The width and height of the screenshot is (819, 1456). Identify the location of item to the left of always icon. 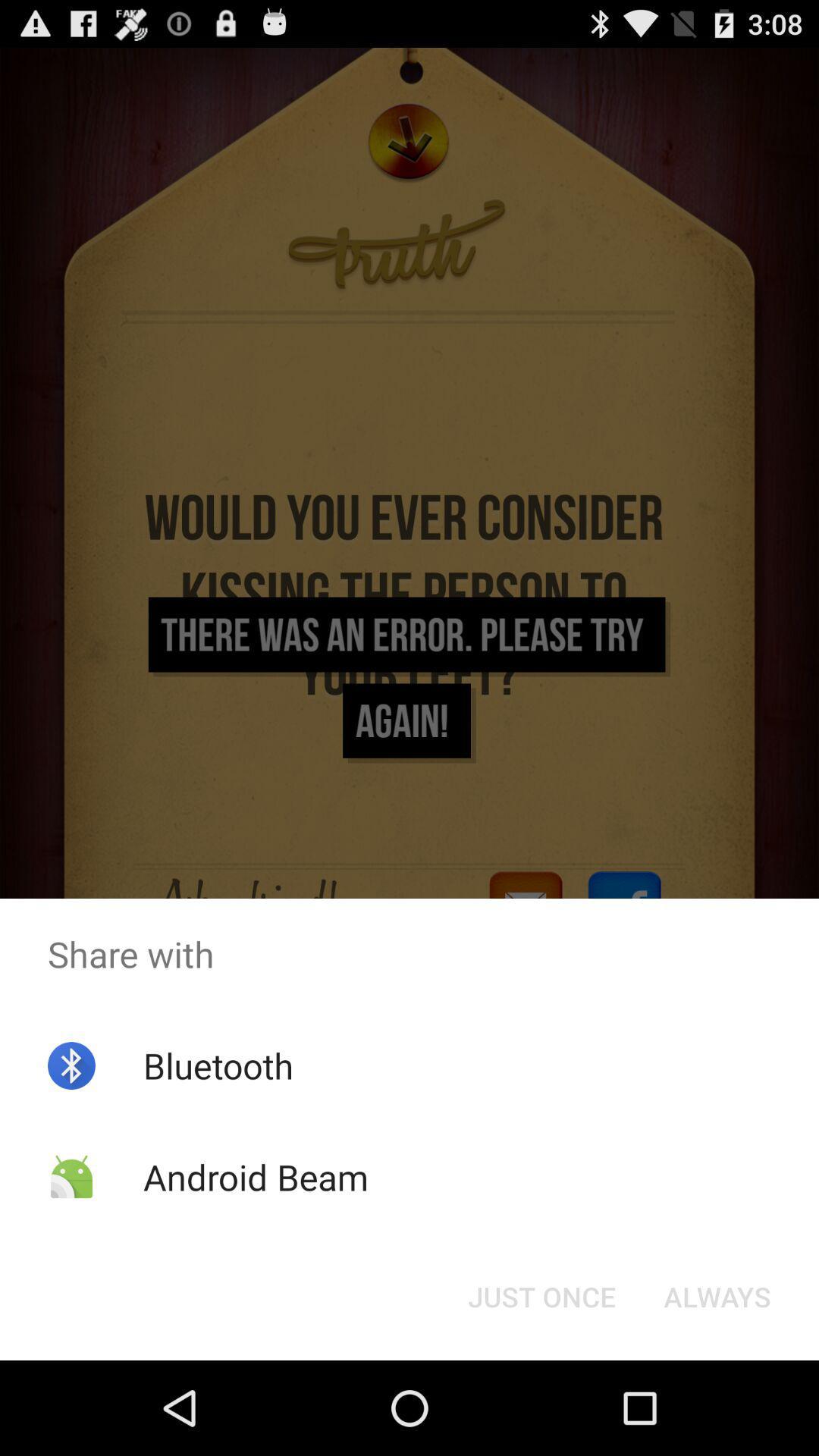
(541, 1295).